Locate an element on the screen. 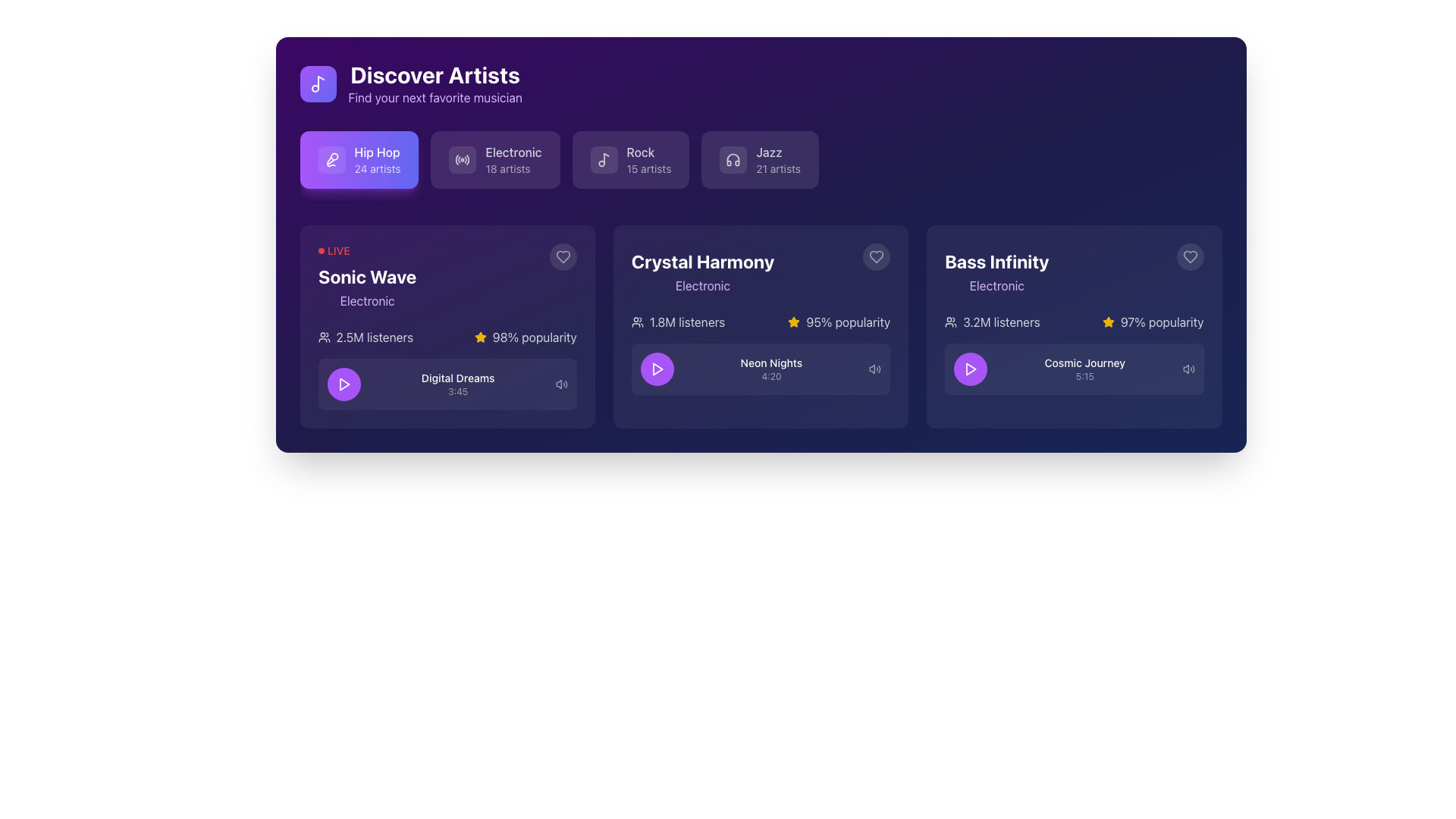  text label displaying '2.5M listeners' located within the first card representing 'Sonic Wave' below the heading 'Discover Artists.' is located at coordinates (375, 336).